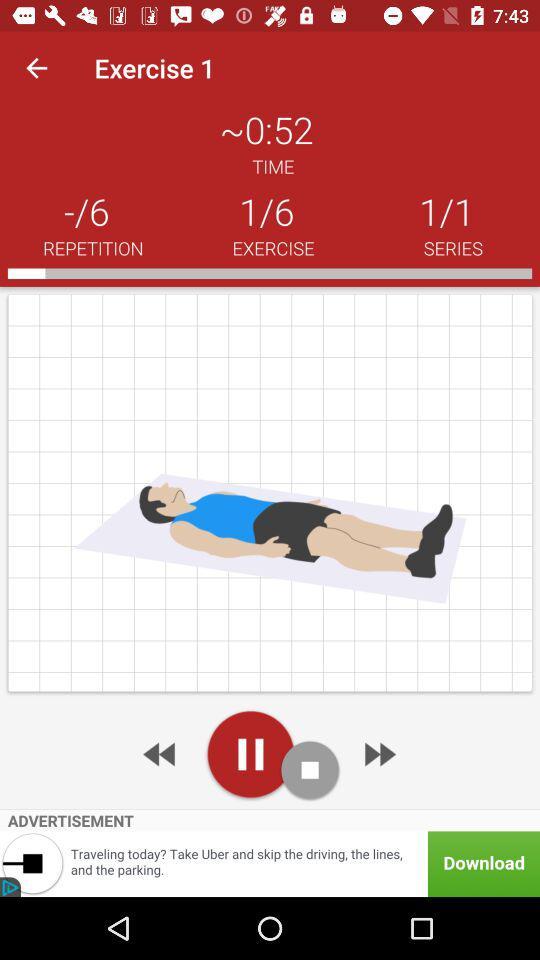 This screenshot has height=960, width=540. What do you see at coordinates (270, 863) in the screenshot?
I see `visit advertiser website` at bounding box center [270, 863].